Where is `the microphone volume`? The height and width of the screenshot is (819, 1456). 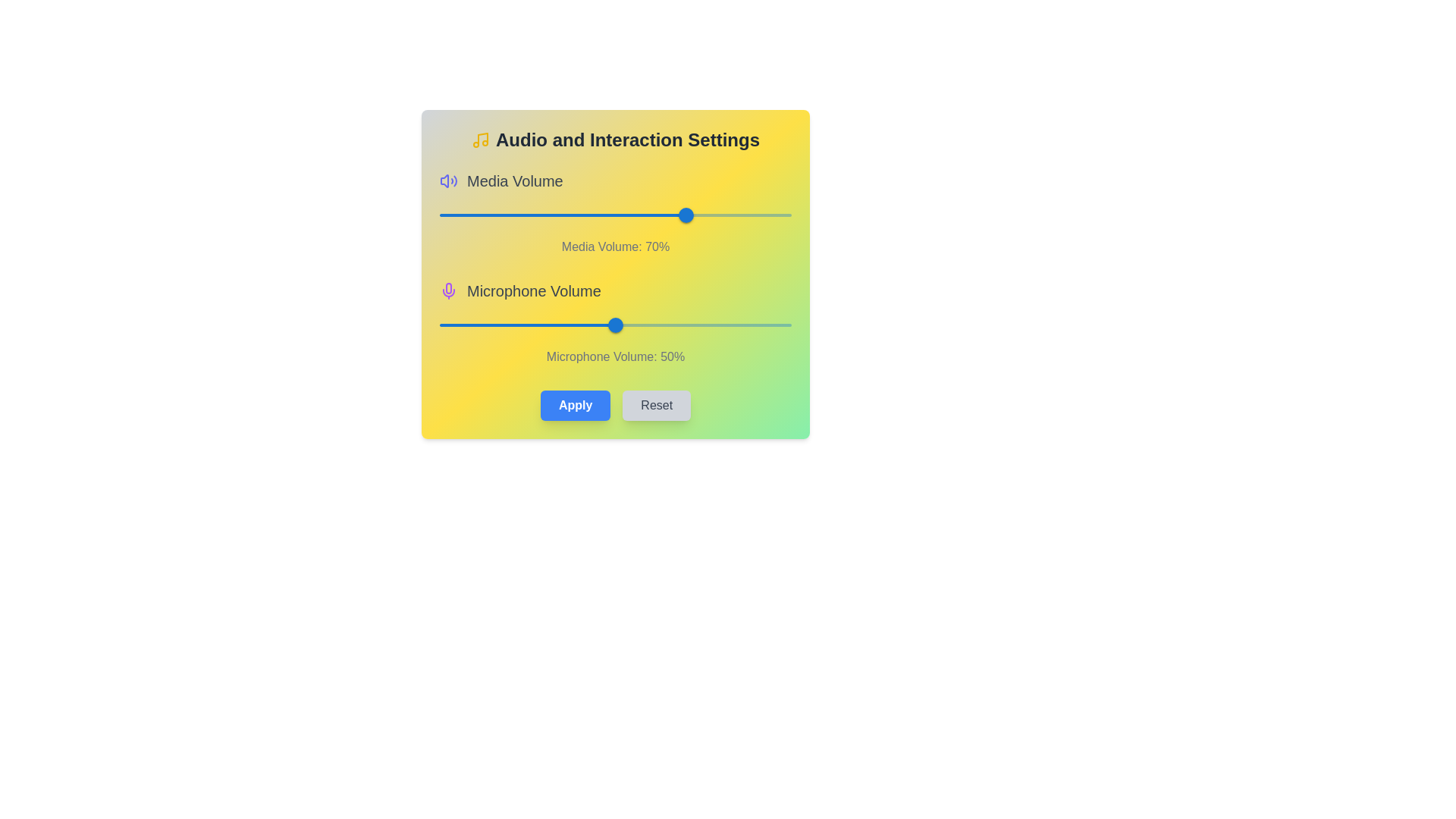 the microphone volume is located at coordinates (446, 324).